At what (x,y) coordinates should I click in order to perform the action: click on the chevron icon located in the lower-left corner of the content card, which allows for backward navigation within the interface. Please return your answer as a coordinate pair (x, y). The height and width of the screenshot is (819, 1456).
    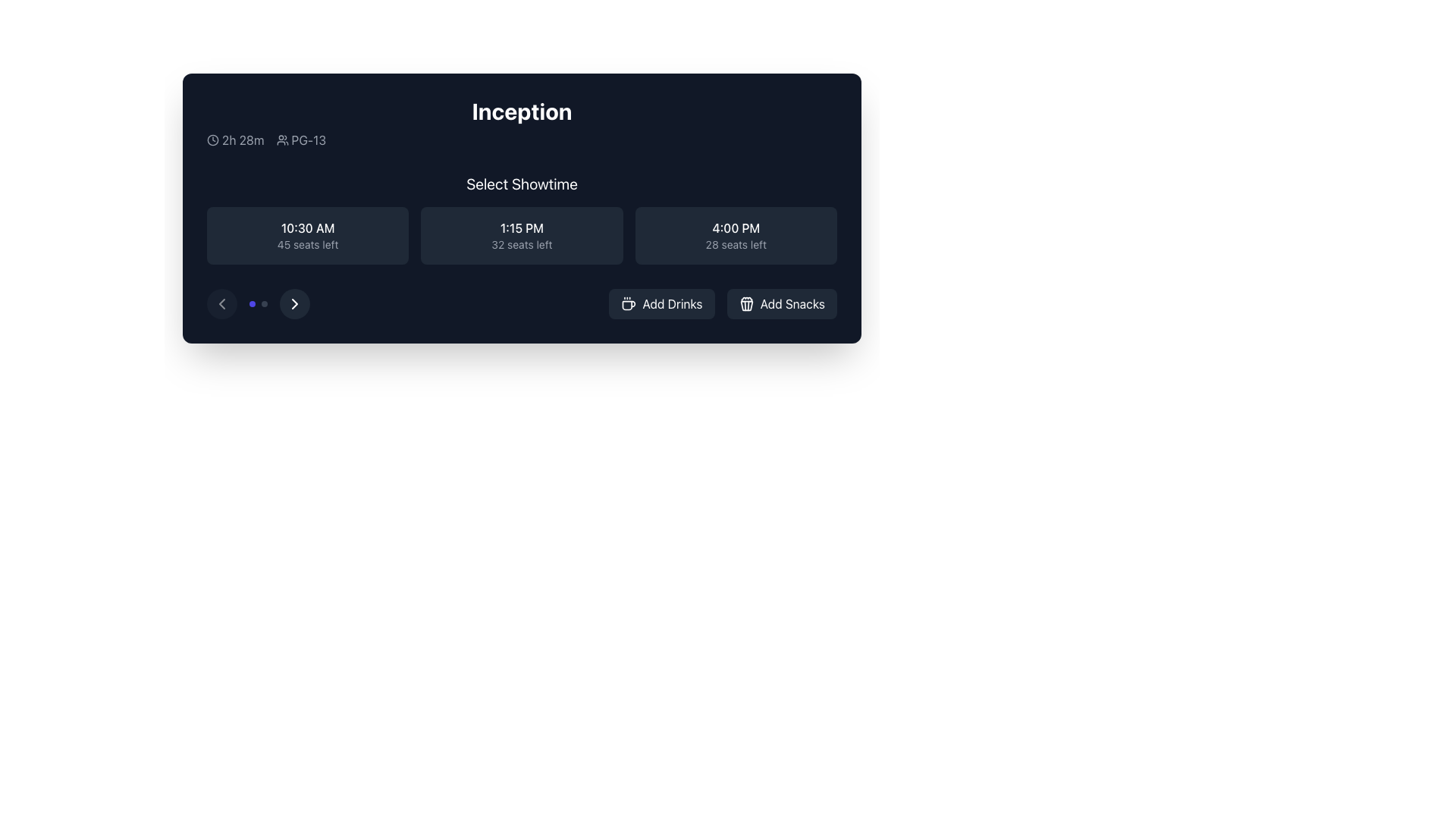
    Looking at the image, I should click on (221, 304).